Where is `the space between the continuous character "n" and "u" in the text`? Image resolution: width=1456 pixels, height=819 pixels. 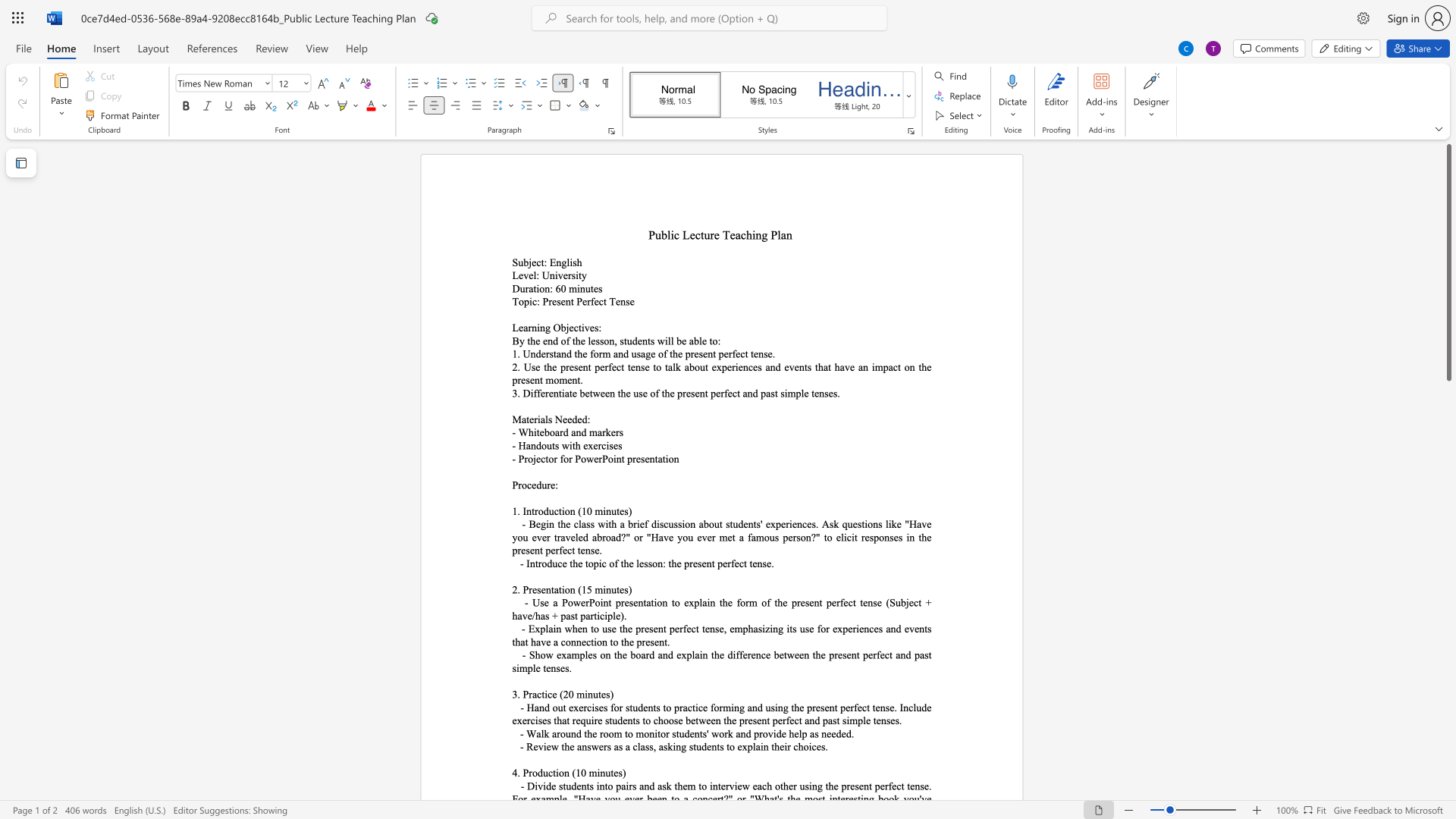
the space between the continuous character "n" and "u" in the text is located at coordinates (584, 288).